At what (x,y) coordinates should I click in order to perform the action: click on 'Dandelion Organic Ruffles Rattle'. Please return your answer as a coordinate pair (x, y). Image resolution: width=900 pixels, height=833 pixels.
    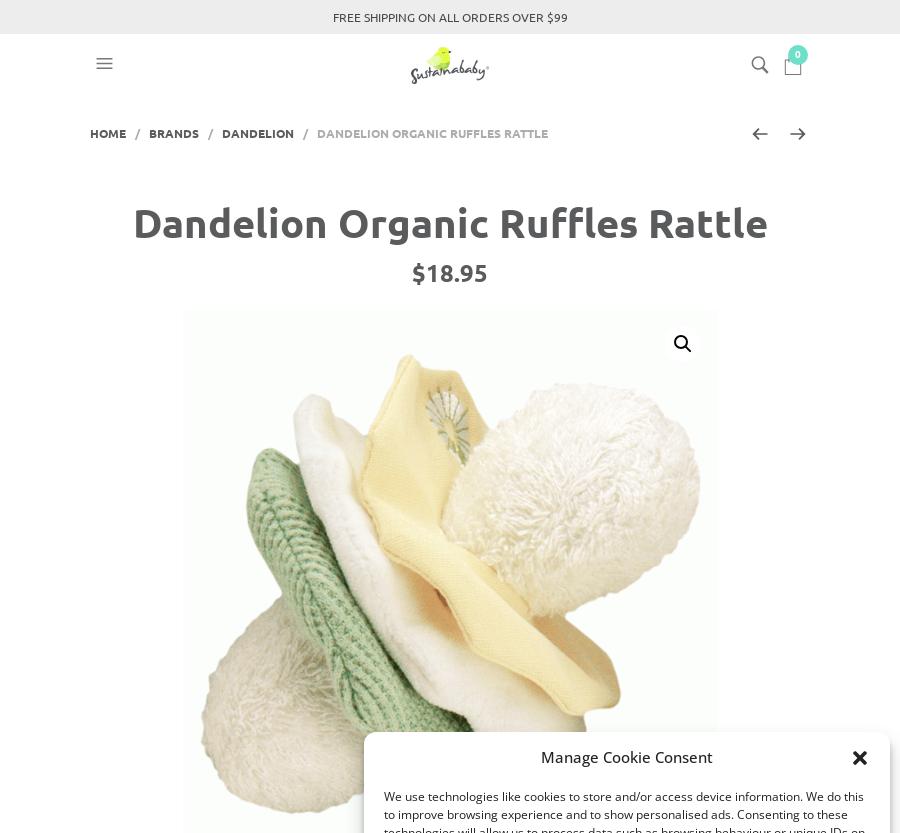
    Looking at the image, I should click on (132, 219).